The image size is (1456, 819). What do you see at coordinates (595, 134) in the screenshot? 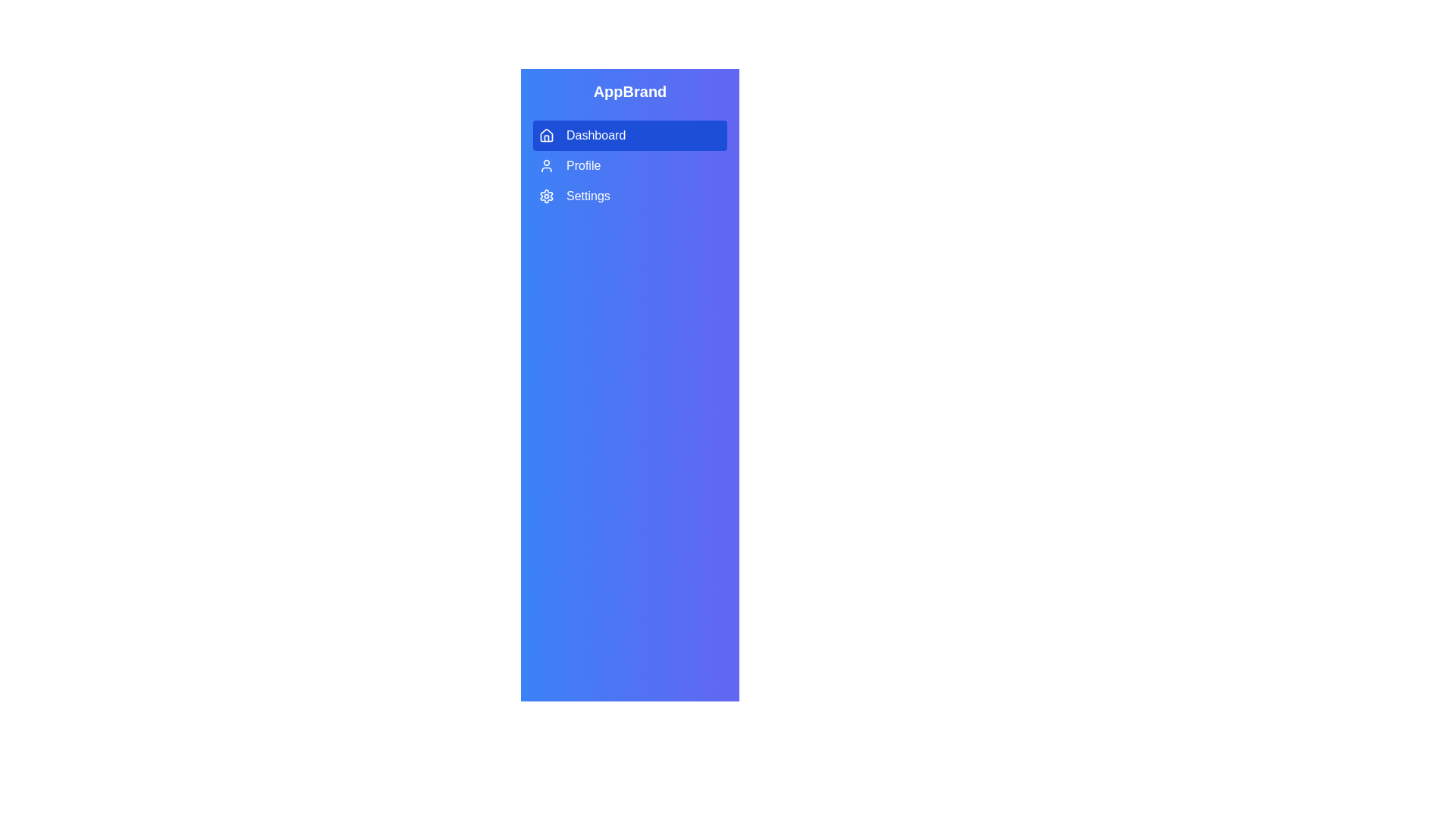
I see `the 'Dashboard' text label in the vertical navigation menu, which is the first option aligned with a house icon` at bounding box center [595, 134].